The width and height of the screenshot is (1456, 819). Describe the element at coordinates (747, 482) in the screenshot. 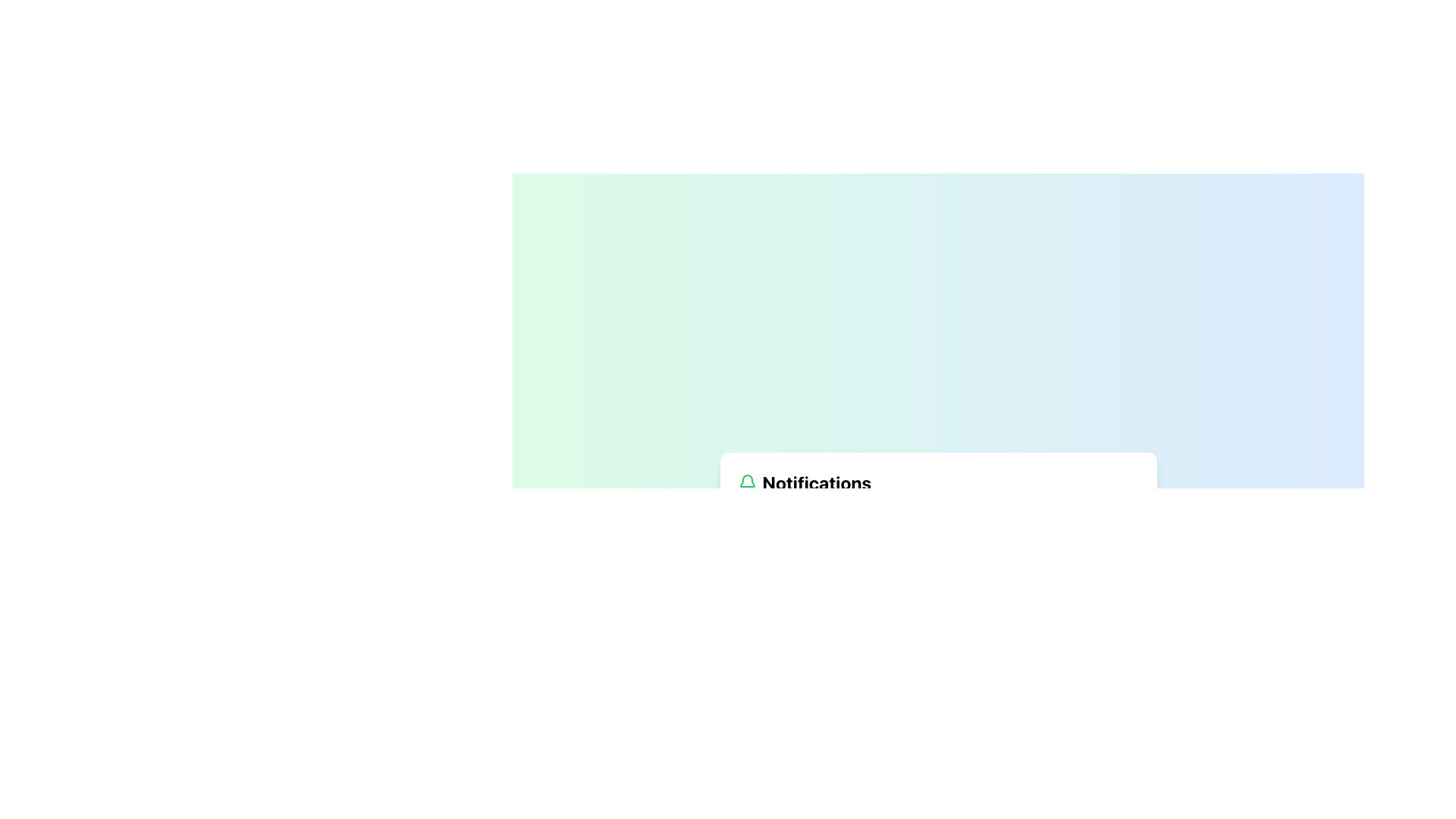

I see `the green bell icon representing notifications, located to the left of the 'Notifications' text` at that location.